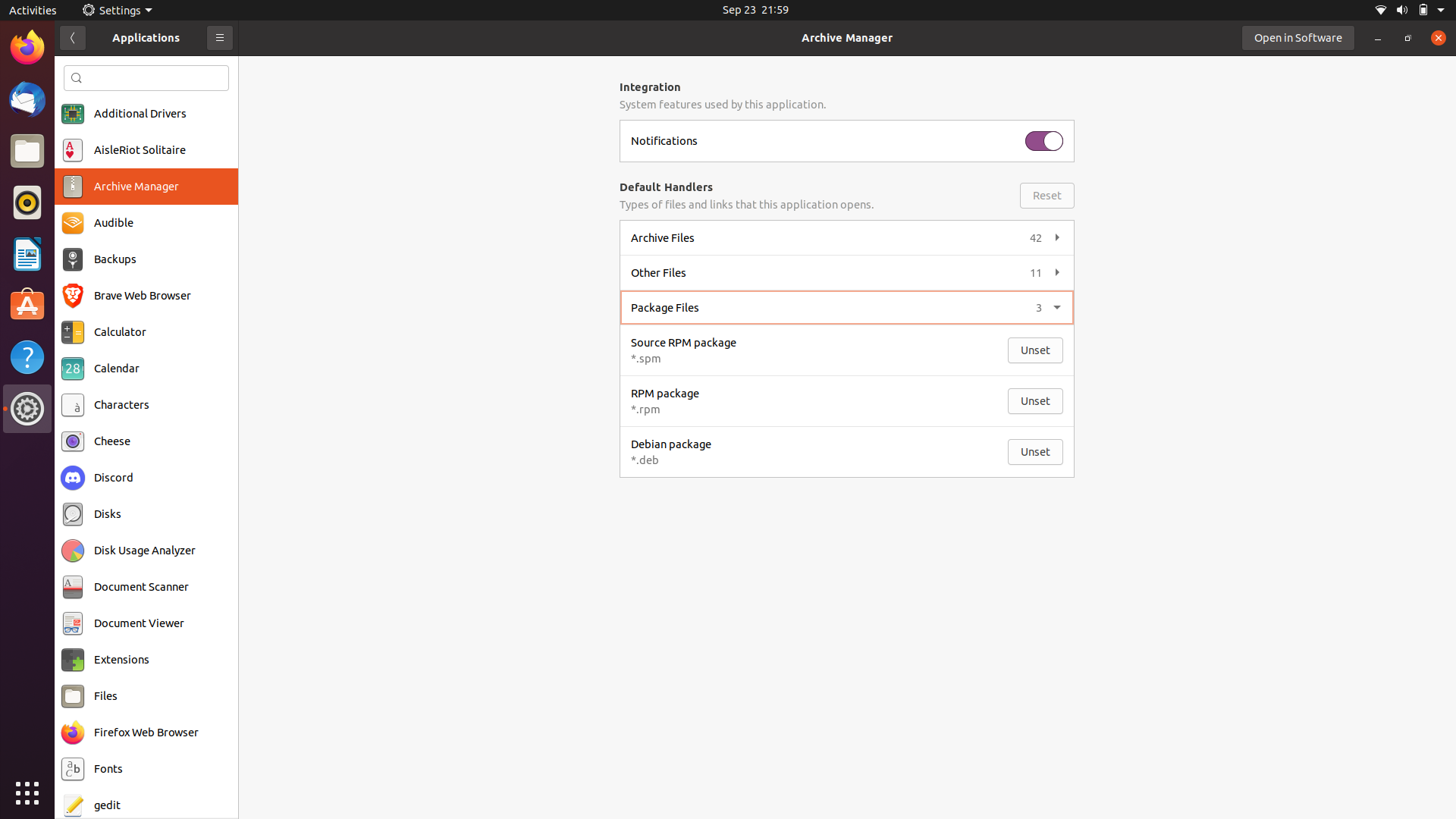  What do you see at coordinates (1036, 350) in the screenshot?
I see `opening of unset source rpm package` at bounding box center [1036, 350].